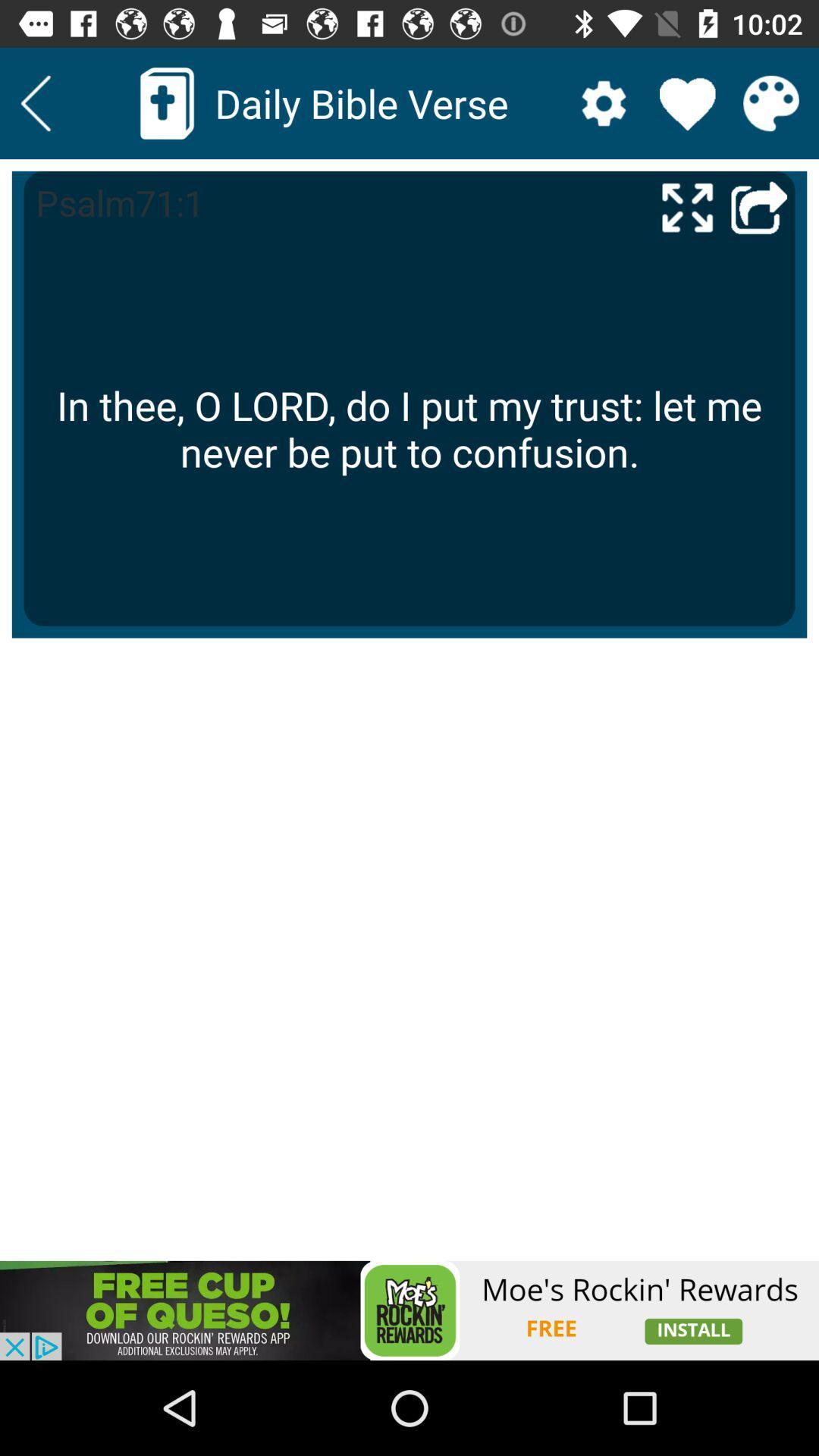 The image size is (819, 1456). What do you see at coordinates (409, 1310) in the screenshot?
I see `download advertised app` at bounding box center [409, 1310].